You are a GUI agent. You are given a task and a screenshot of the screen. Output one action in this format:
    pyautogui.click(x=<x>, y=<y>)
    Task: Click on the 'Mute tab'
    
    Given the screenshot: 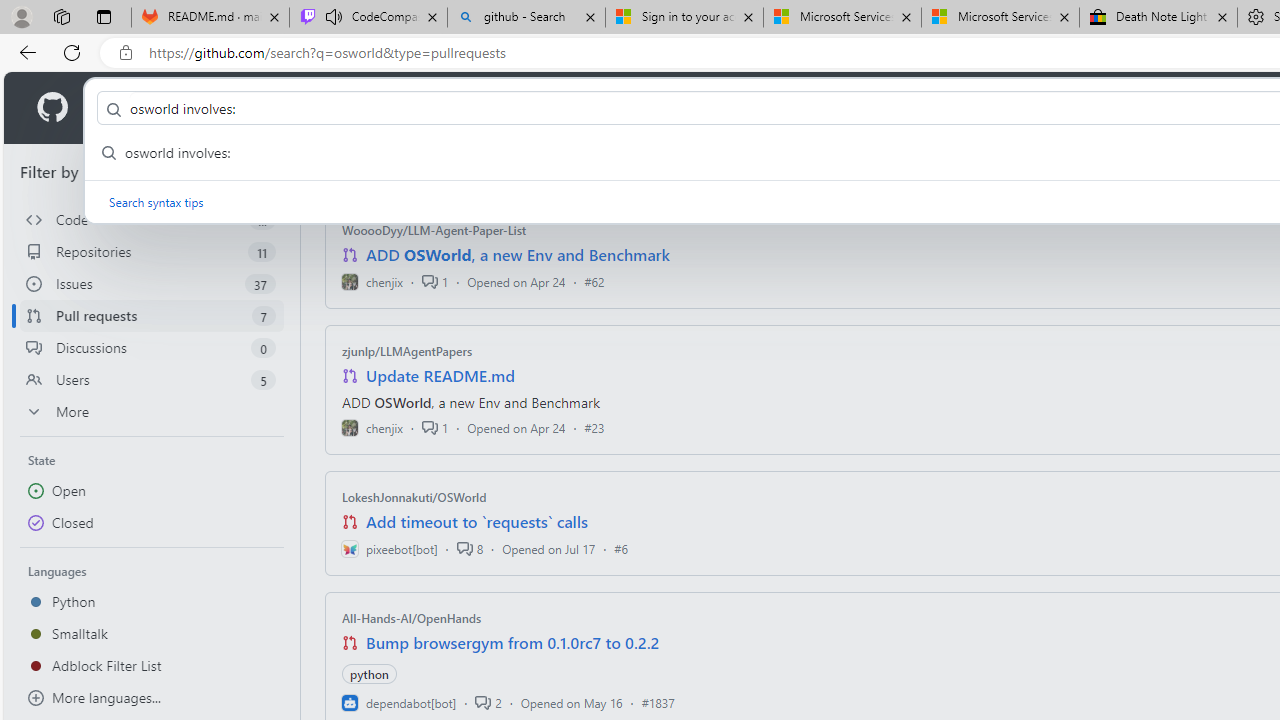 What is the action you would take?
    pyautogui.click(x=334, y=16)
    